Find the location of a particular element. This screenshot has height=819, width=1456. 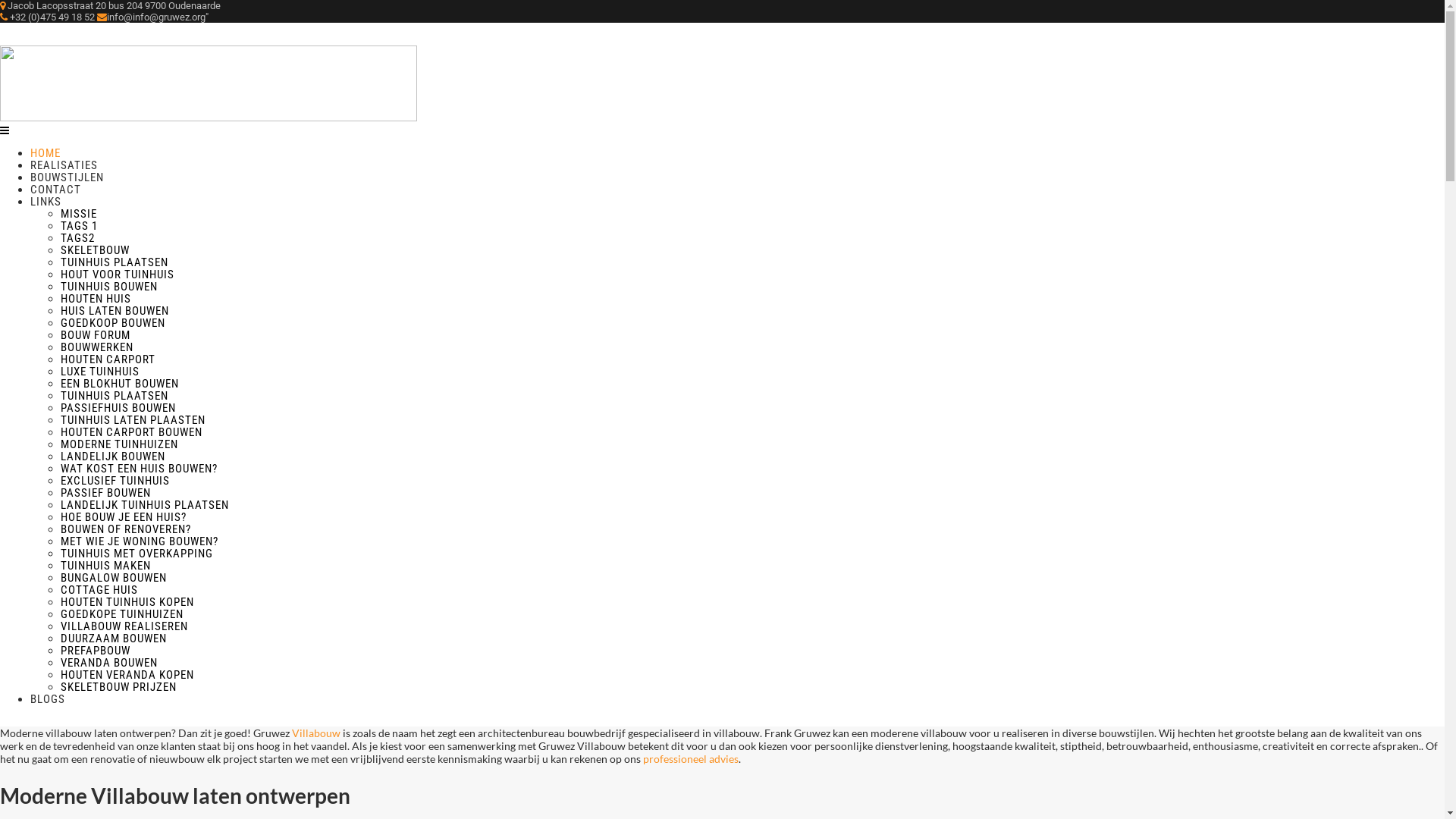

'BUNGALOW BOUWEN' is located at coordinates (61, 578).